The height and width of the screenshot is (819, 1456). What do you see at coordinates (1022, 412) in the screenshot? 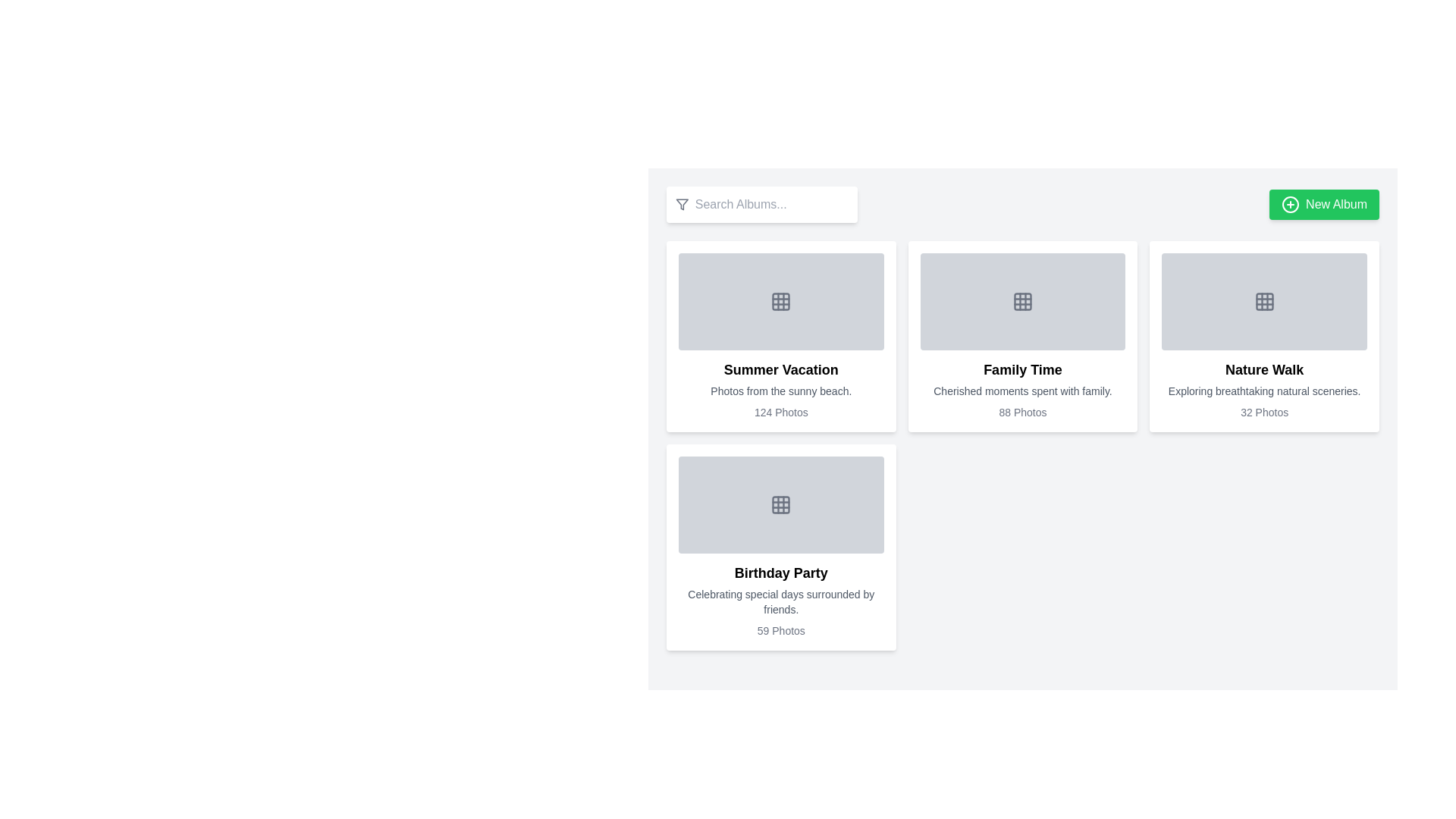
I see `information displayed on the text label that shows '88 Photos', located at the bottom of the 'Family Time' card` at bounding box center [1022, 412].